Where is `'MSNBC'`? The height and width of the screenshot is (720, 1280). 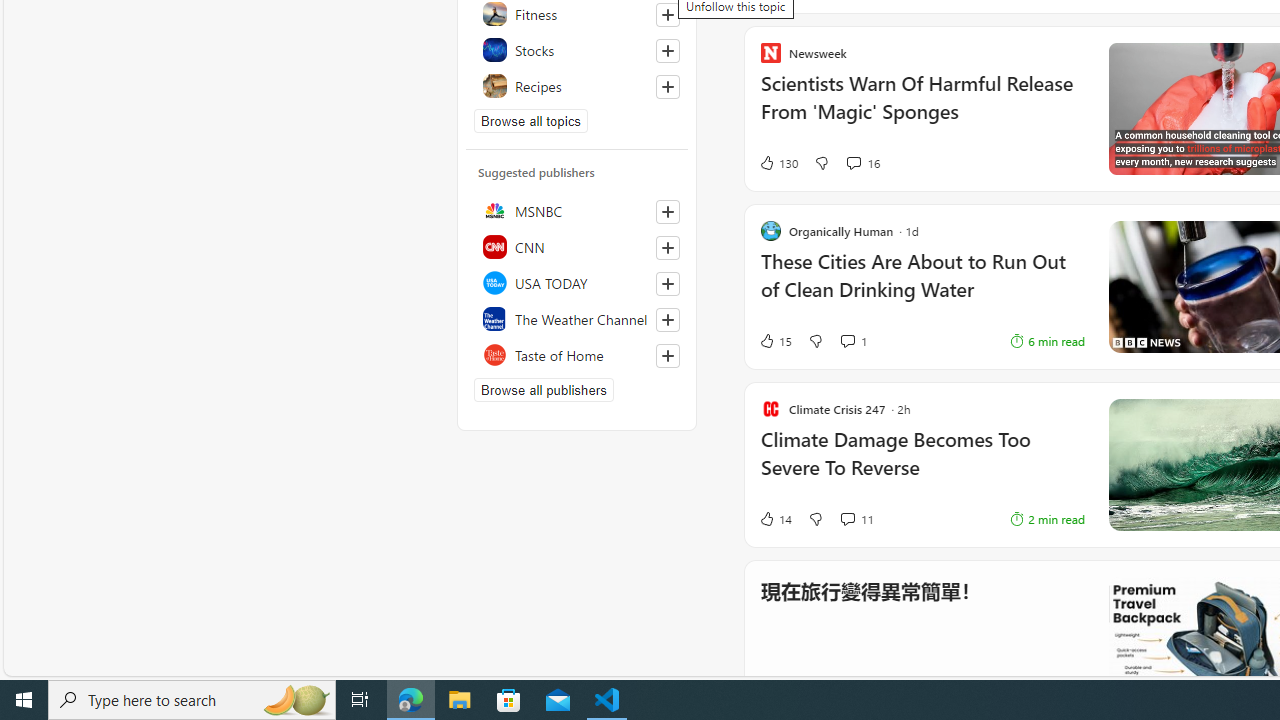 'MSNBC' is located at coordinates (576, 210).